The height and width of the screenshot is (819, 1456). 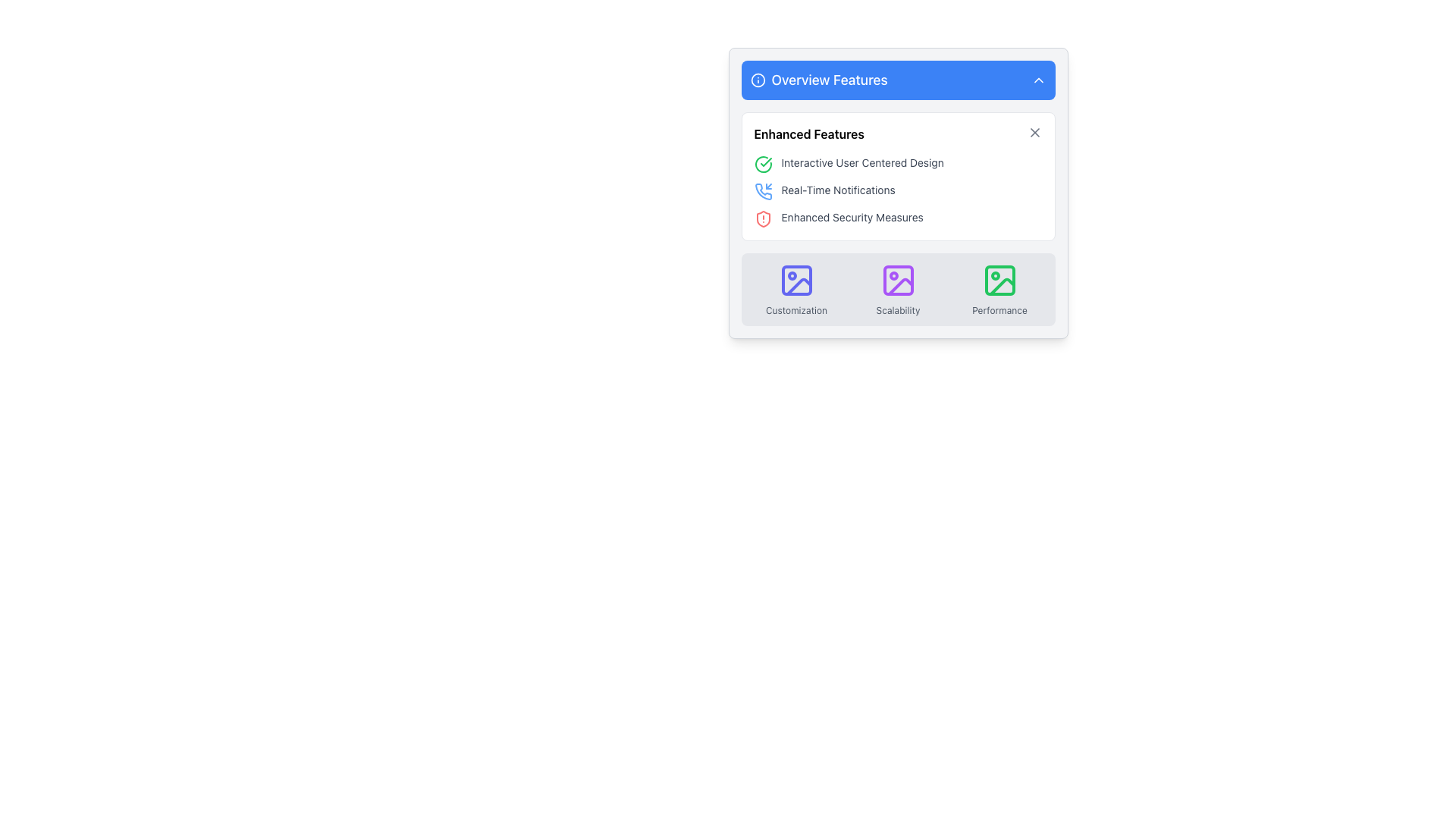 I want to click on the text label displaying 'Enhanced Security Measures' which is styled in gray and positioned next to a red shield icon, as the third item under the heading 'Enhanced Features', so click(x=852, y=217).